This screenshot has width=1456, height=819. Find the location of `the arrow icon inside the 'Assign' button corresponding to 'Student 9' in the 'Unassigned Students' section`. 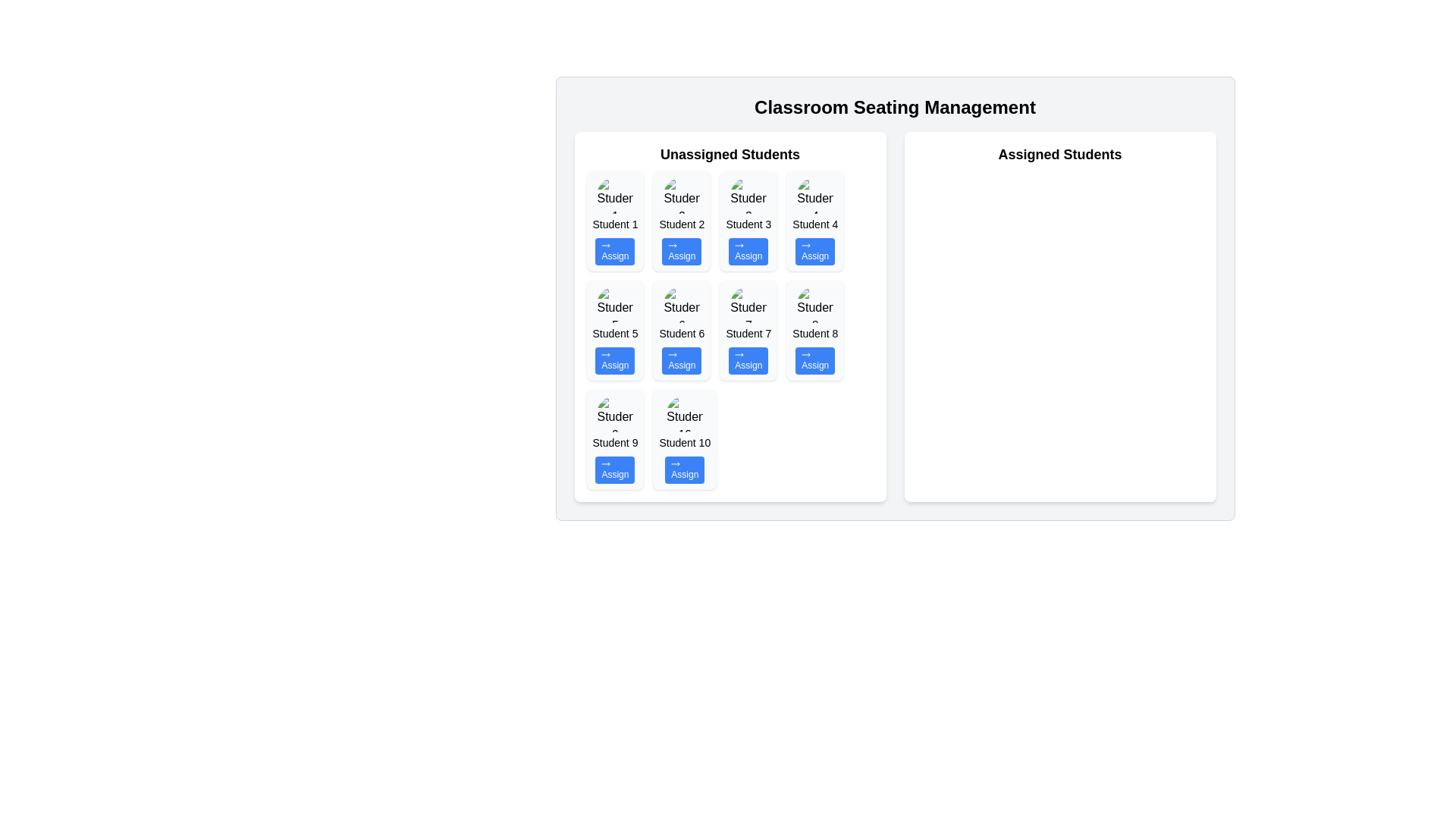

the arrow icon inside the 'Assign' button corresponding to 'Student 9' in the 'Unassigned Students' section is located at coordinates (605, 463).